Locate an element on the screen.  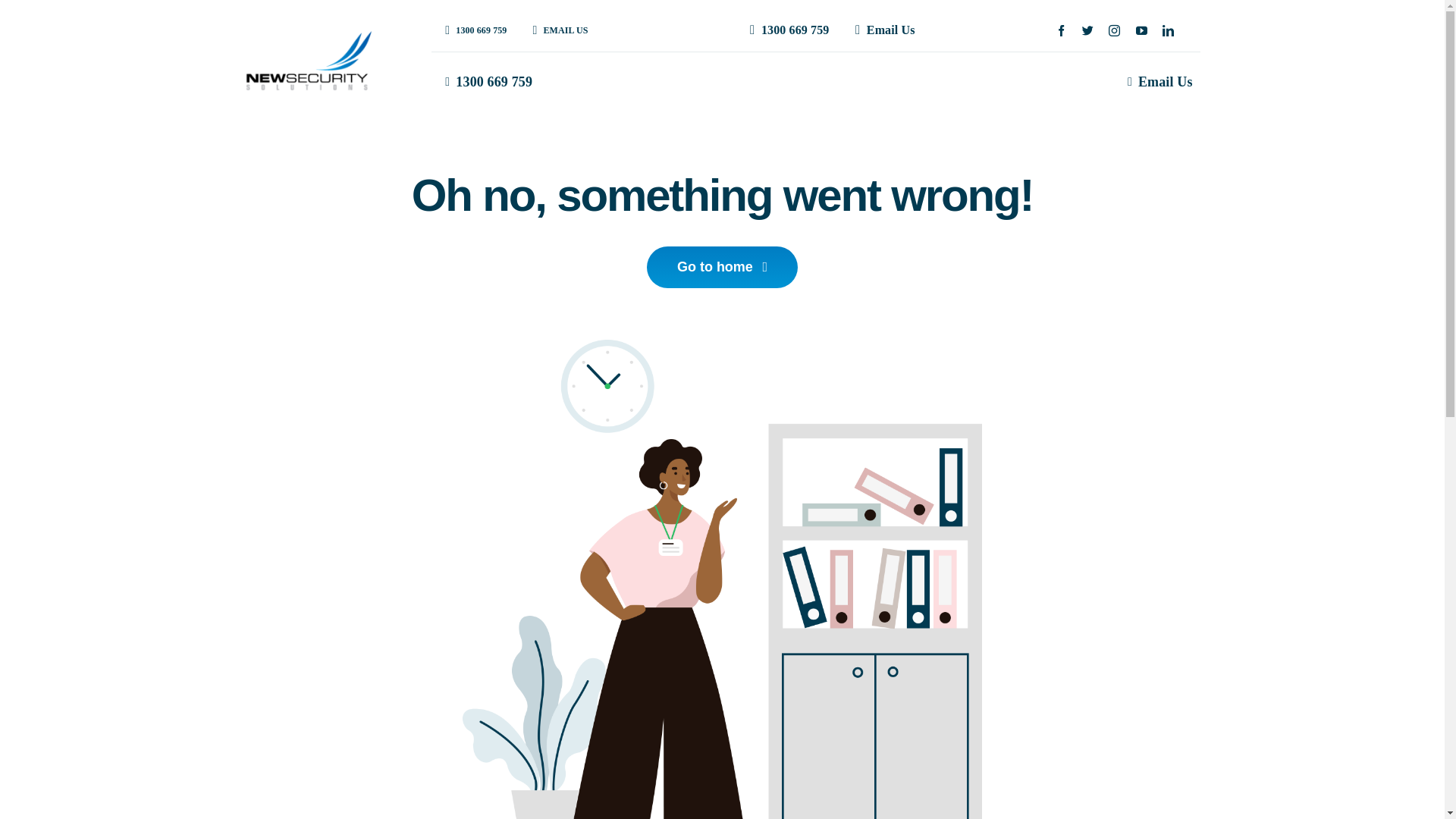
'Email Us' is located at coordinates (881, 30).